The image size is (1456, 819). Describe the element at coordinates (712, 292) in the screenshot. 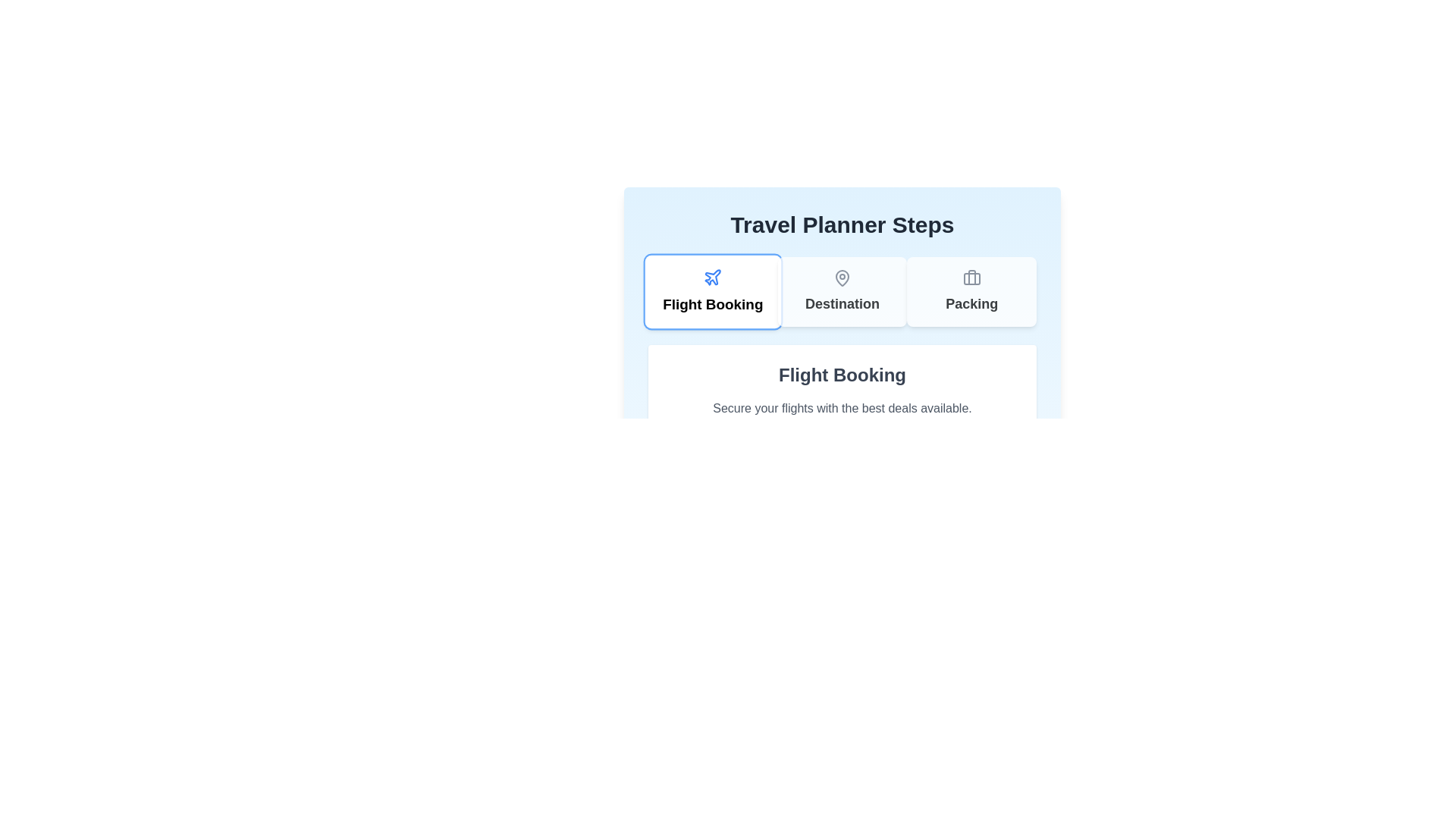

I see `the 'Flight Booking' step card, which is the first card in the horizontal arrangement under the 'Travel Planner Steps' heading` at that location.